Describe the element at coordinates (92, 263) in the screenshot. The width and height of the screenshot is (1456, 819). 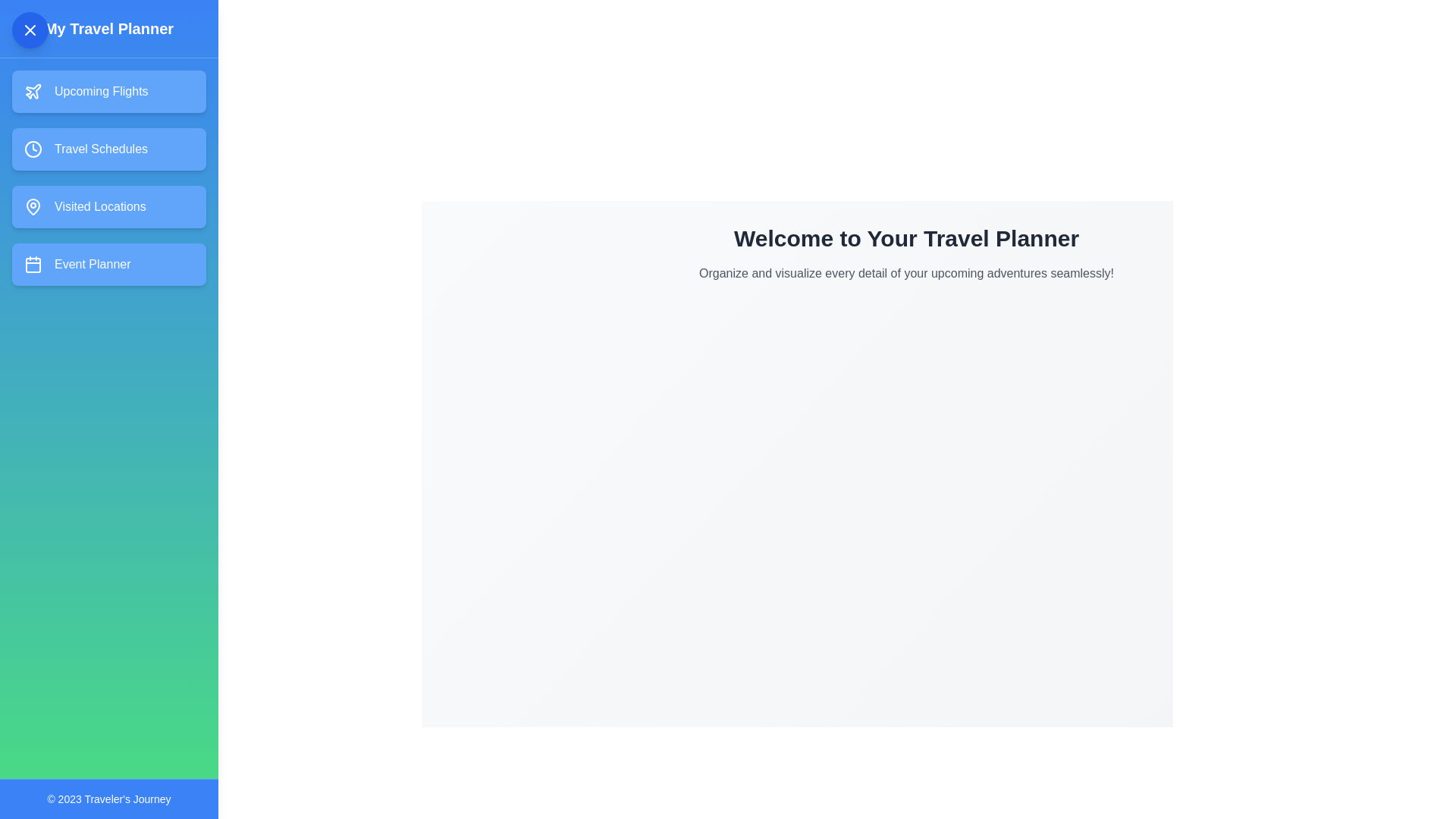
I see `the 'Event Planner' button, which is a text label in bold white font within a blue button that changes to greenish on mouse hover, located as the fourth item in a vertical sidebar menu` at that location.